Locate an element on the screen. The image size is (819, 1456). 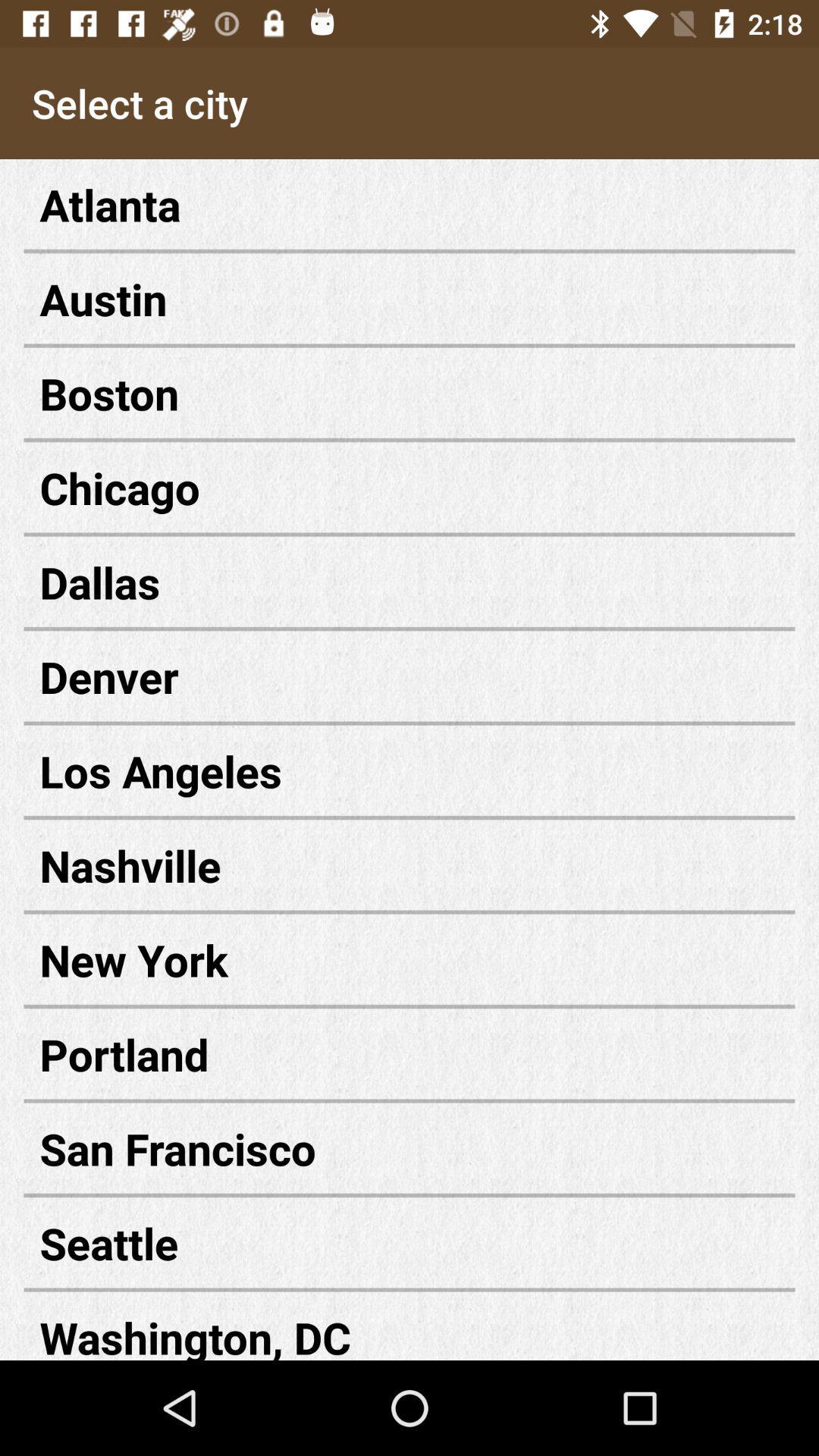
the atlanta item is located at coordinates (409, 203).